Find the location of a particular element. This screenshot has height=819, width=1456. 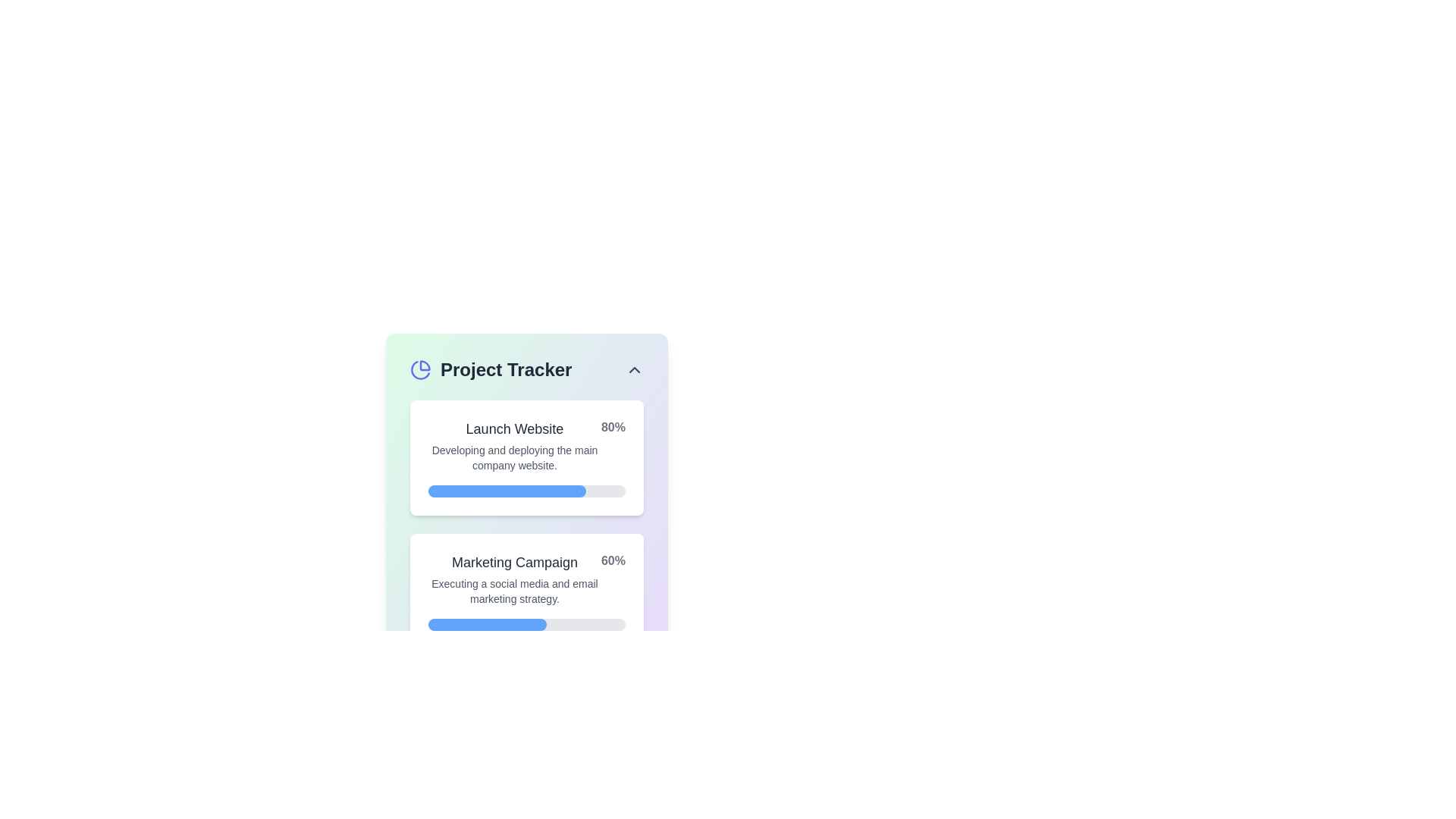

text content of the Text element displaying 'Launch Website' in a dark gray font, which is located in the first card under the title 'Project Tracker' is located at coordinates (514, 444).